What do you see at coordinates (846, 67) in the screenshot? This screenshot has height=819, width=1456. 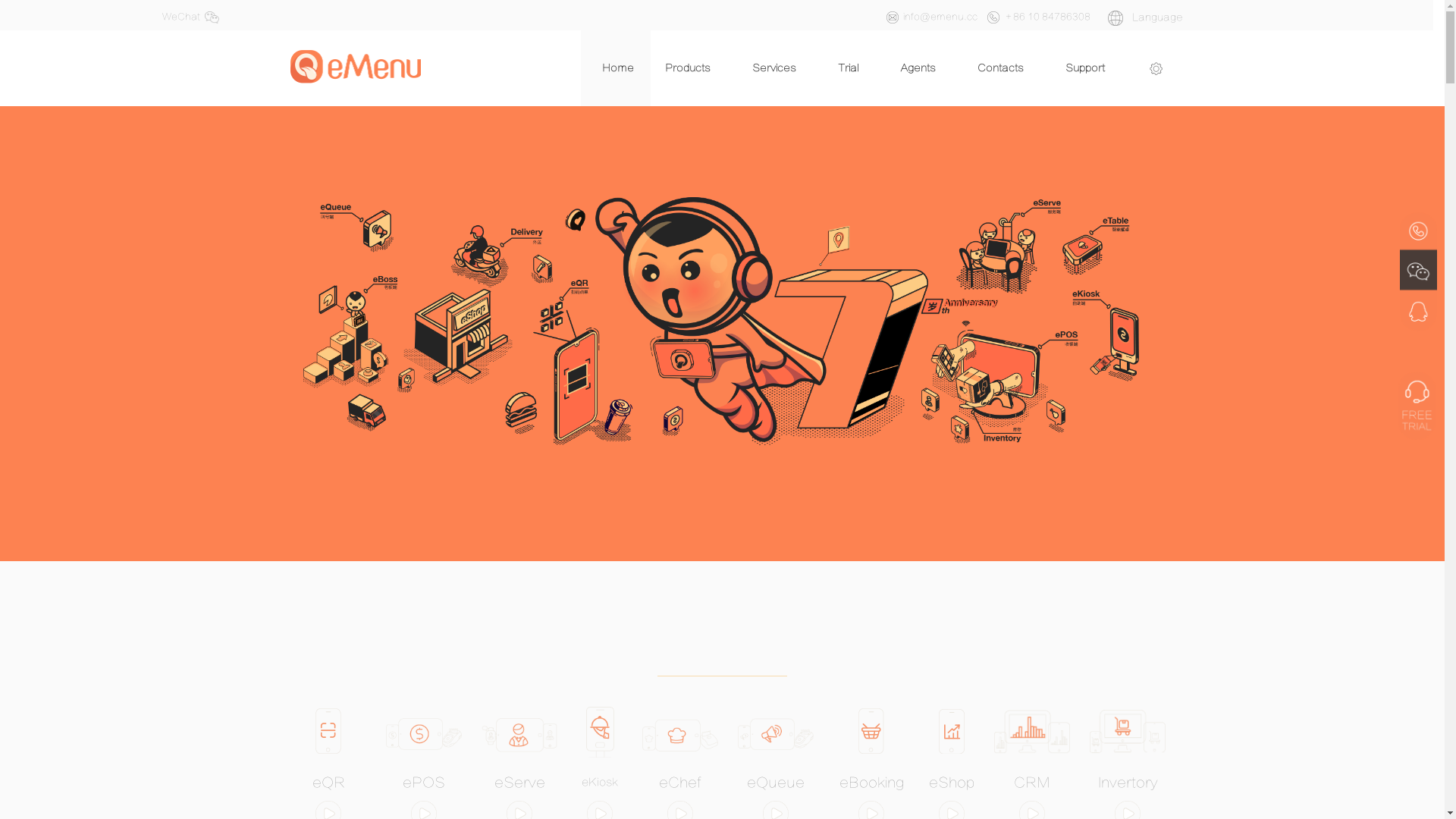 I see `'Trial'` at bounding box center [846, 67].